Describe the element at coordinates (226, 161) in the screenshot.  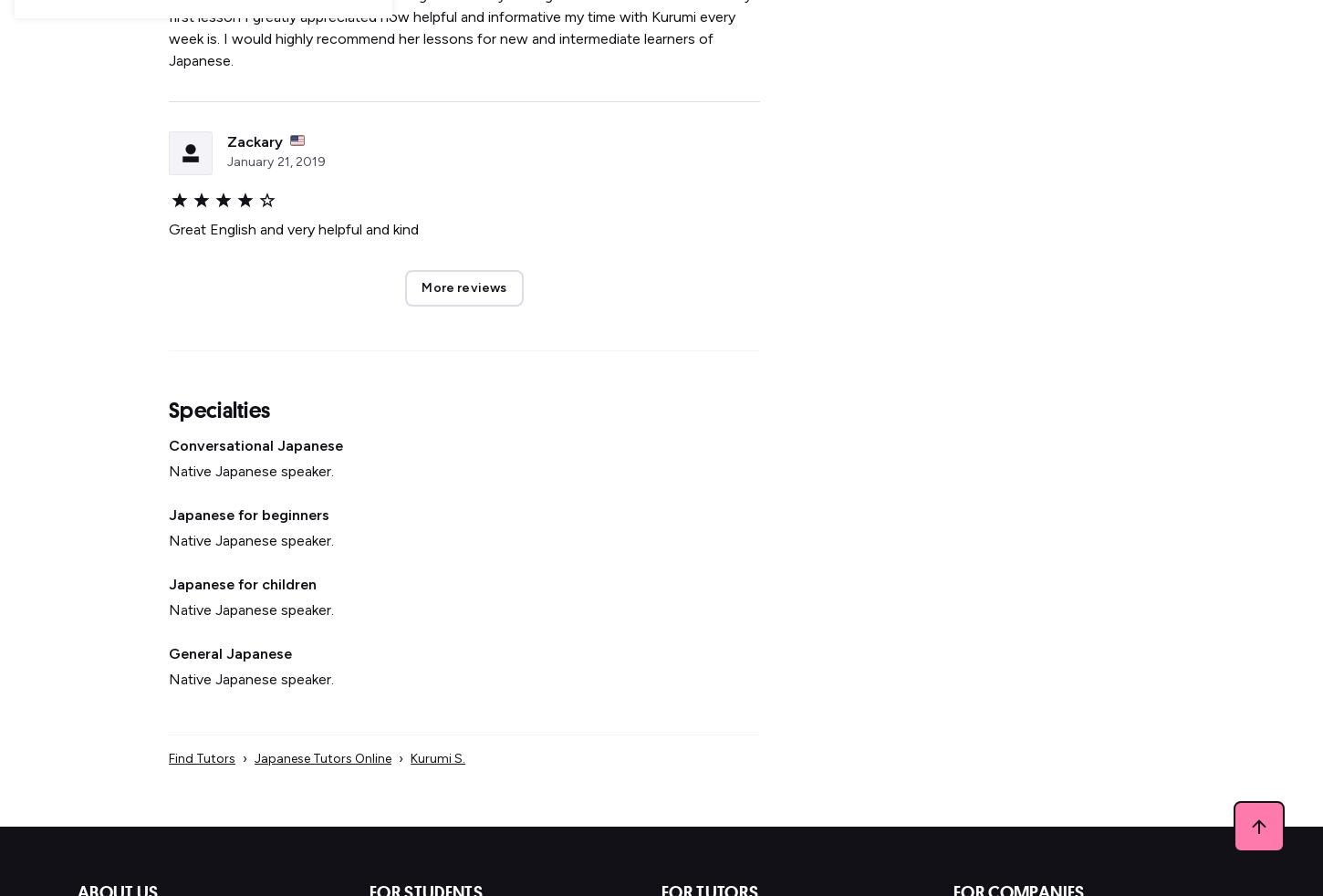
I see `'January'` at that location.